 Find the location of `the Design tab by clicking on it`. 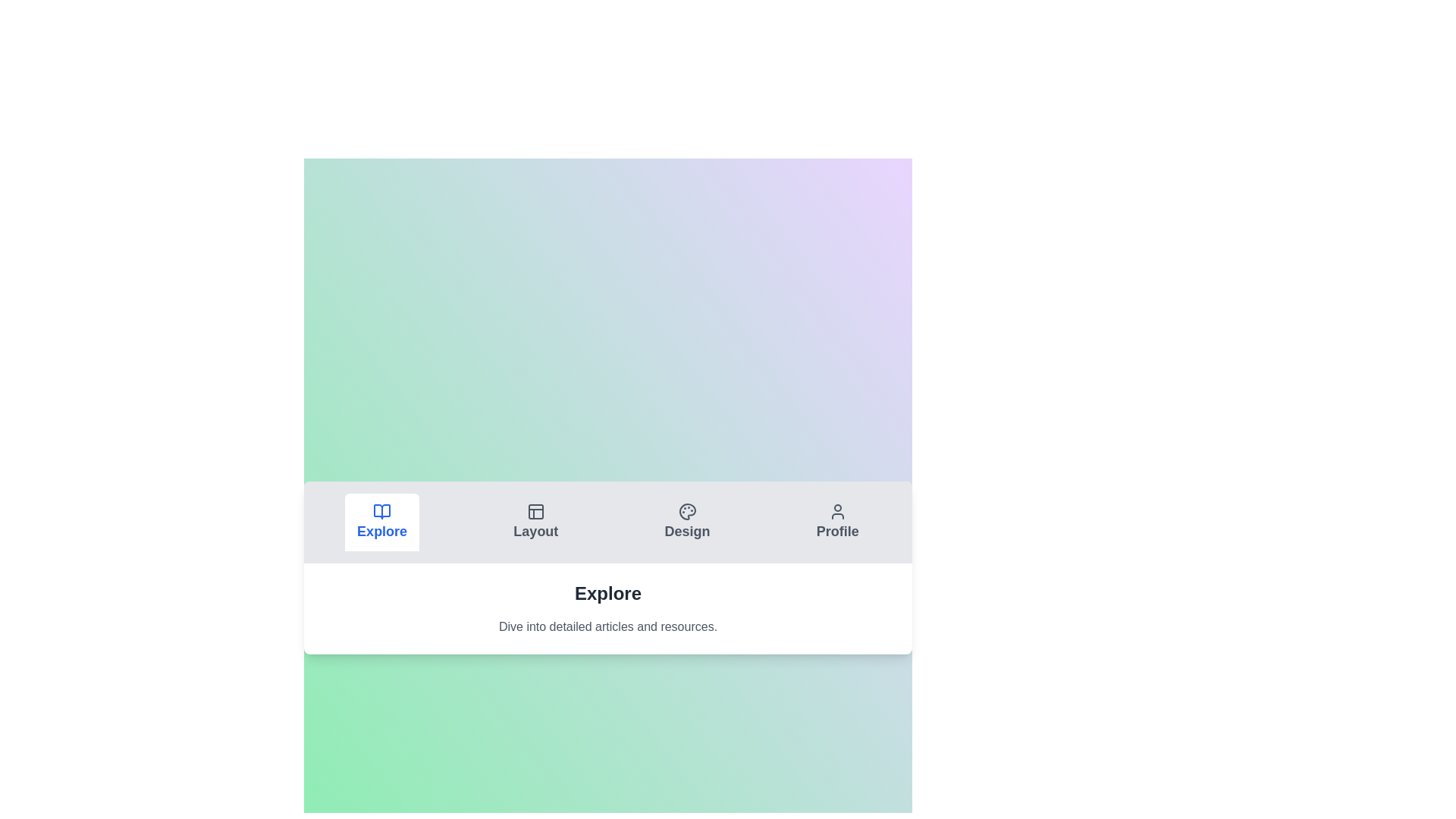

the Design tab by clicking on it is located at coordinates (686, 522).